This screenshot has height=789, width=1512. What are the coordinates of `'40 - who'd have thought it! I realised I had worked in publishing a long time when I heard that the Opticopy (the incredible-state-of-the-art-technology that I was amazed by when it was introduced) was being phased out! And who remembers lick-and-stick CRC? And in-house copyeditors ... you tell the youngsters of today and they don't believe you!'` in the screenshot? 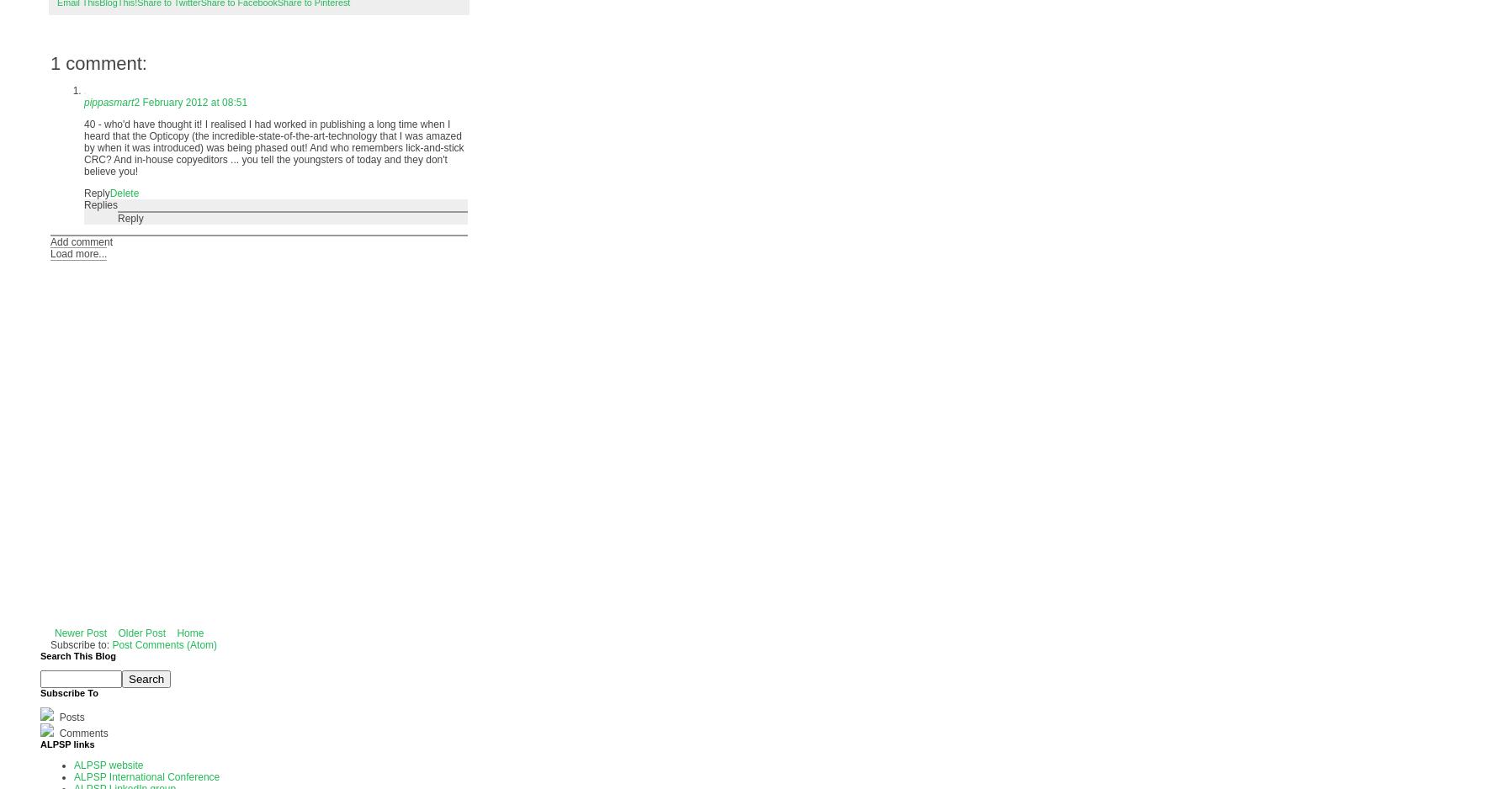 It's located at (273, 146).